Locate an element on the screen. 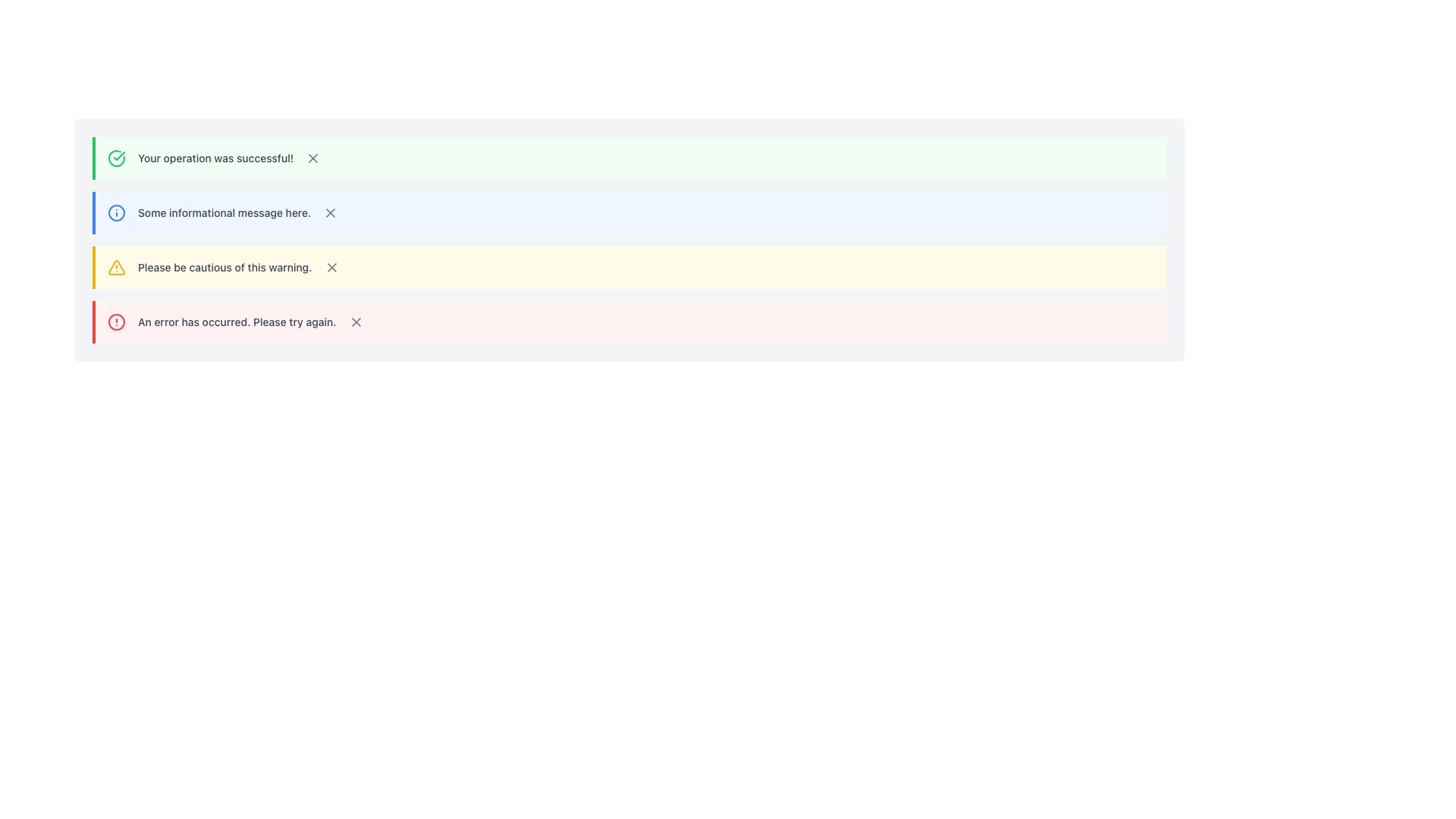 Image resolution: width=1456 pixels, height=819 pixels. text label displaying the message 'An error has occurred. Please try again.' which is part of the error alert box styled in red, located at the bottom of the notification stack is located at coordinates (236, 321).